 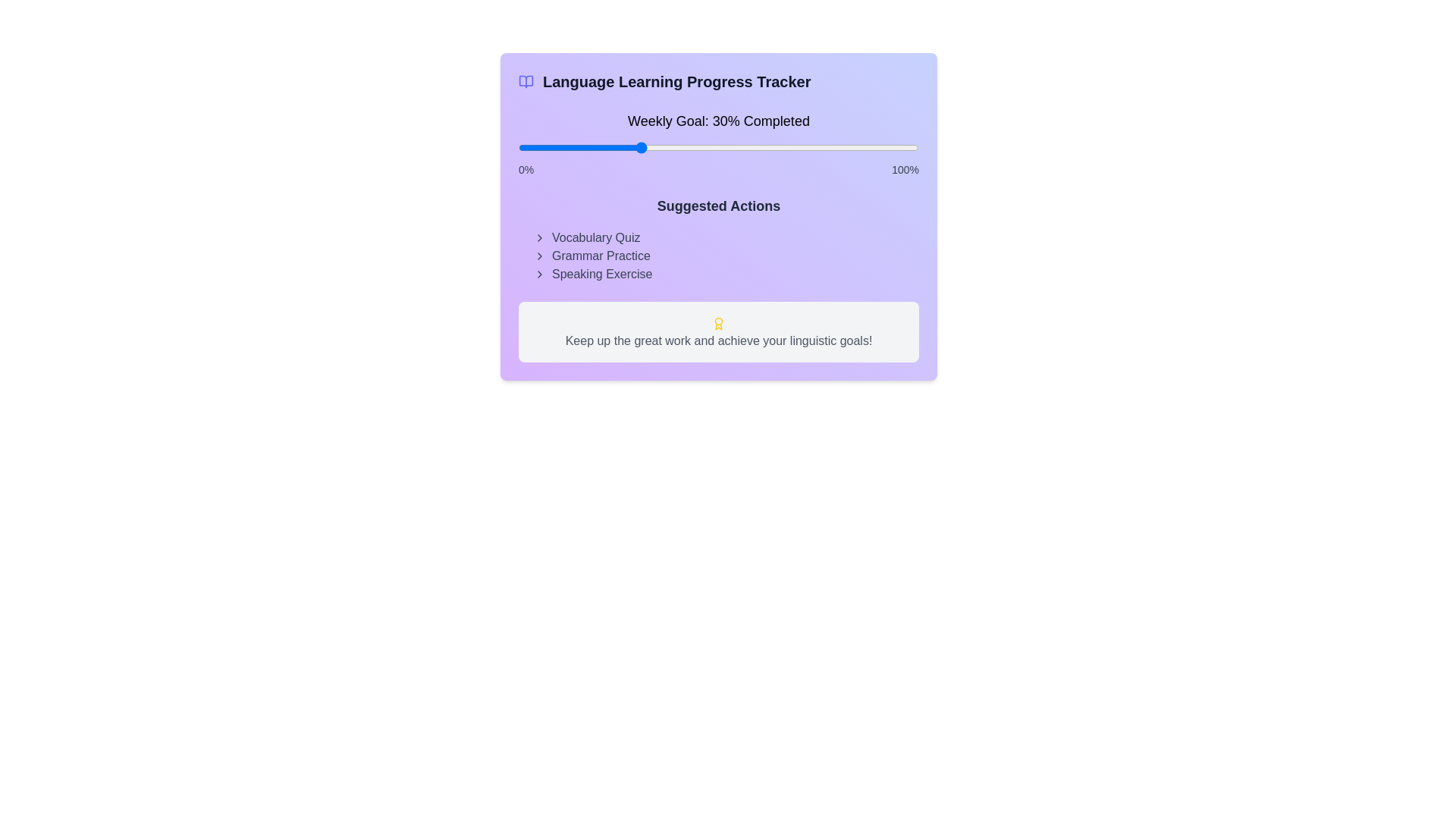 What do you see at coordinates (598, 148) in the screenshot?
I see `the progress slider to set the weekly goal completion percentage to 20` at bounding box center [598, 148].